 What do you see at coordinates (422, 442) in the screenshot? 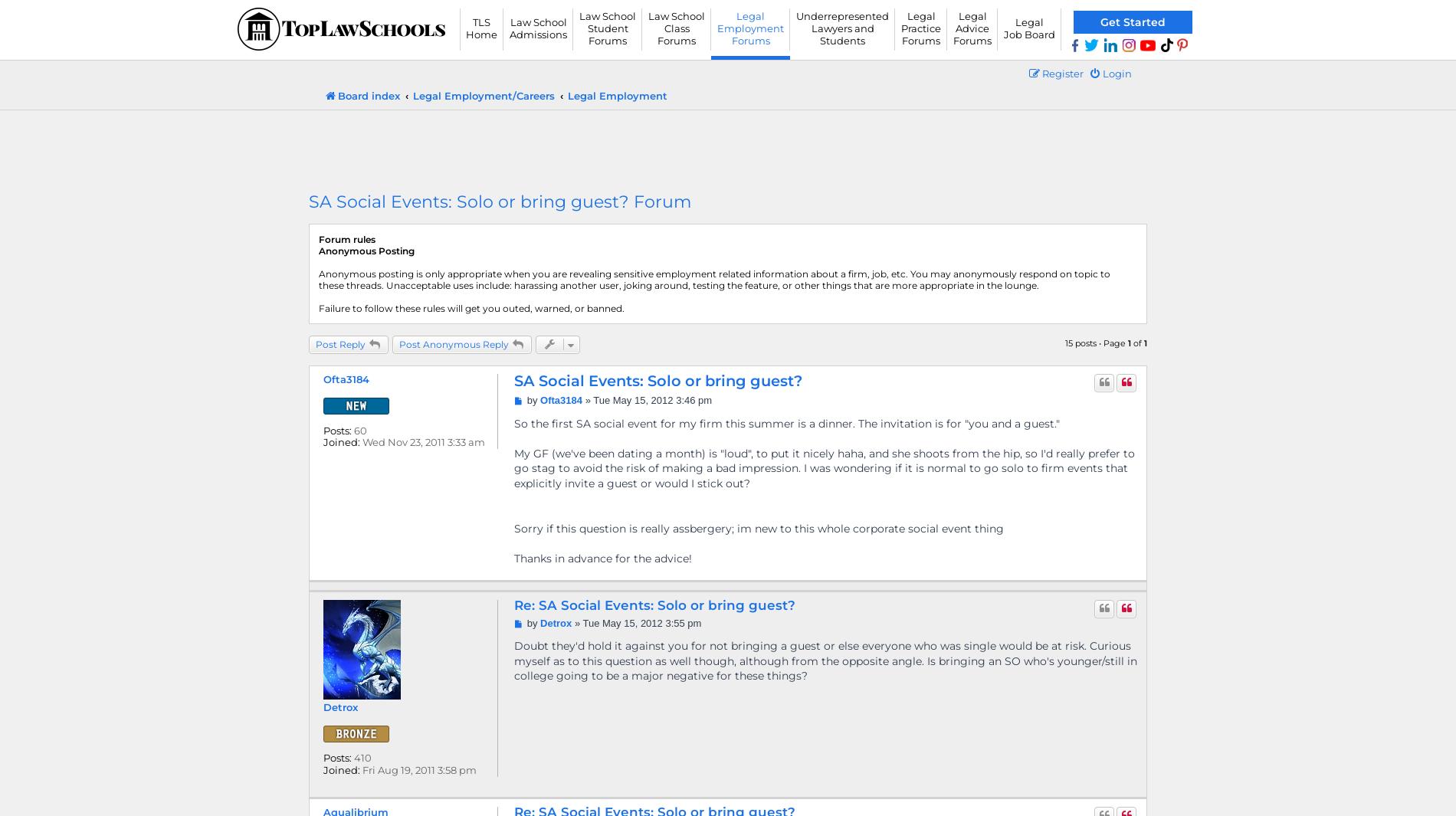
I see `'Wed Nov 23, 2011 3:33 am'` at bounding box center [422, 442].